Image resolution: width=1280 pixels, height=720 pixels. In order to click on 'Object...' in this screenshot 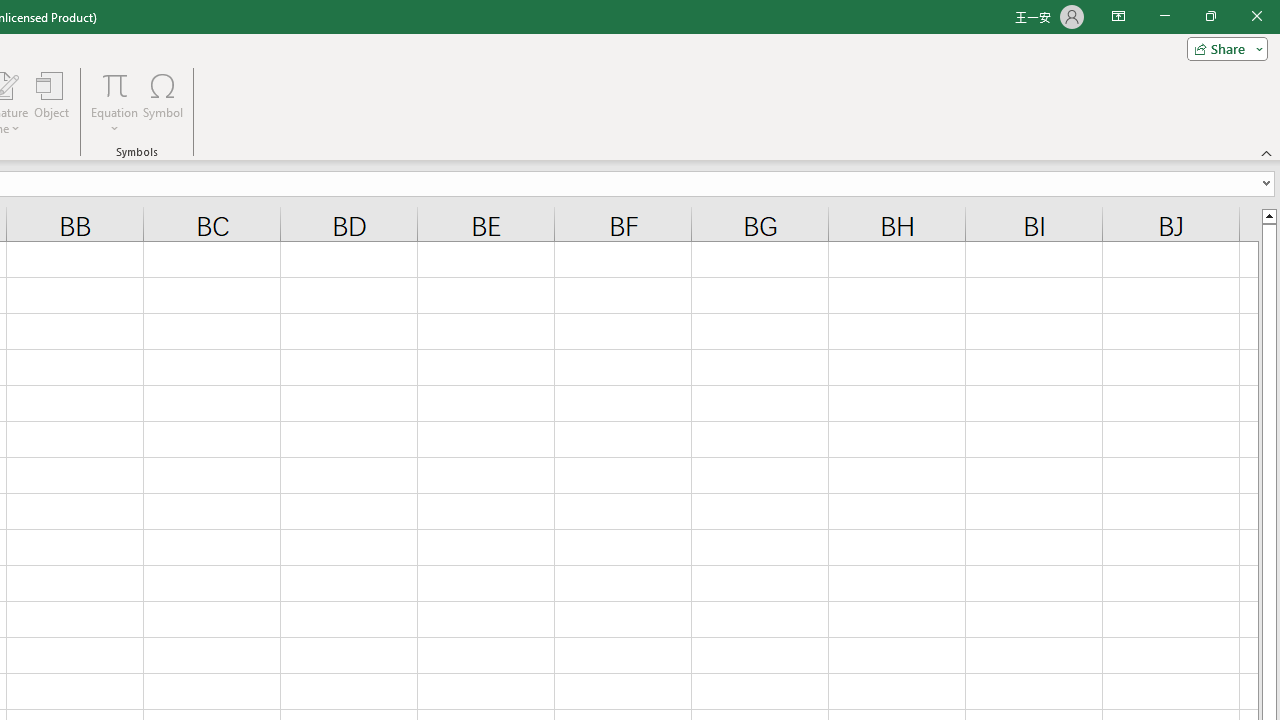, I will do `click(51, 103)`.